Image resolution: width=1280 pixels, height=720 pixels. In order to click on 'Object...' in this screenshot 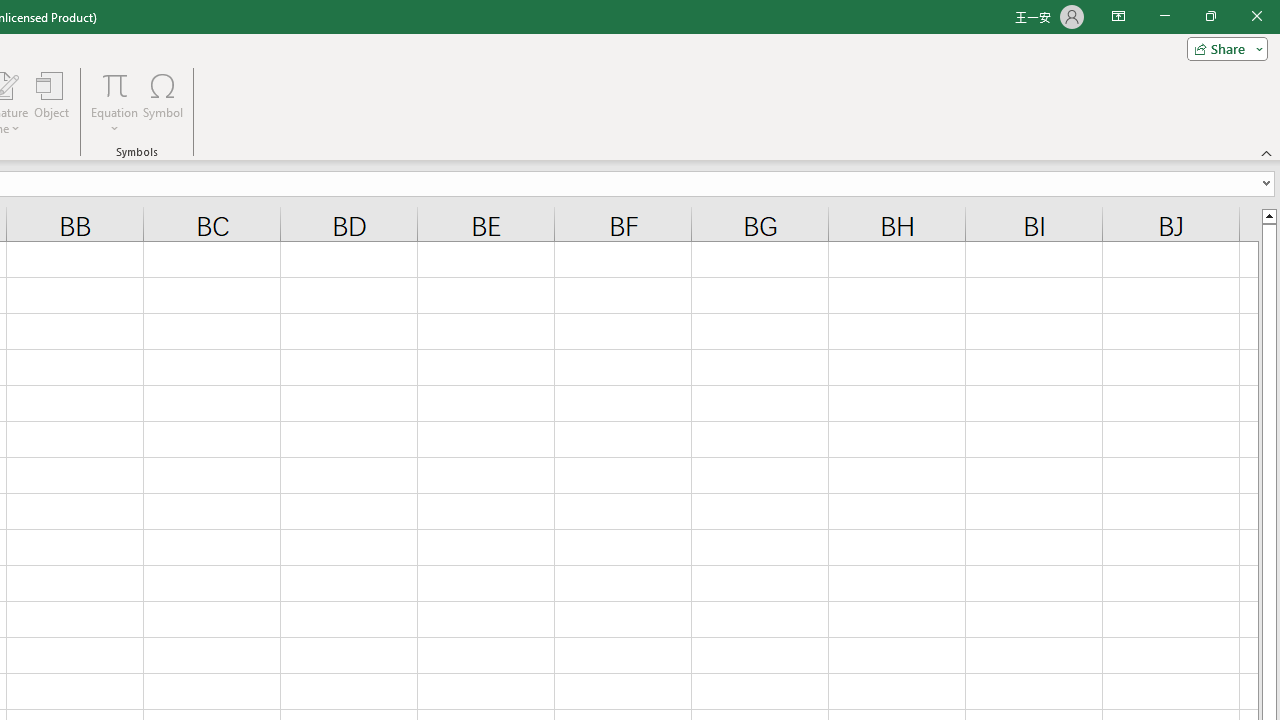, I will do `click(51, 103)`.